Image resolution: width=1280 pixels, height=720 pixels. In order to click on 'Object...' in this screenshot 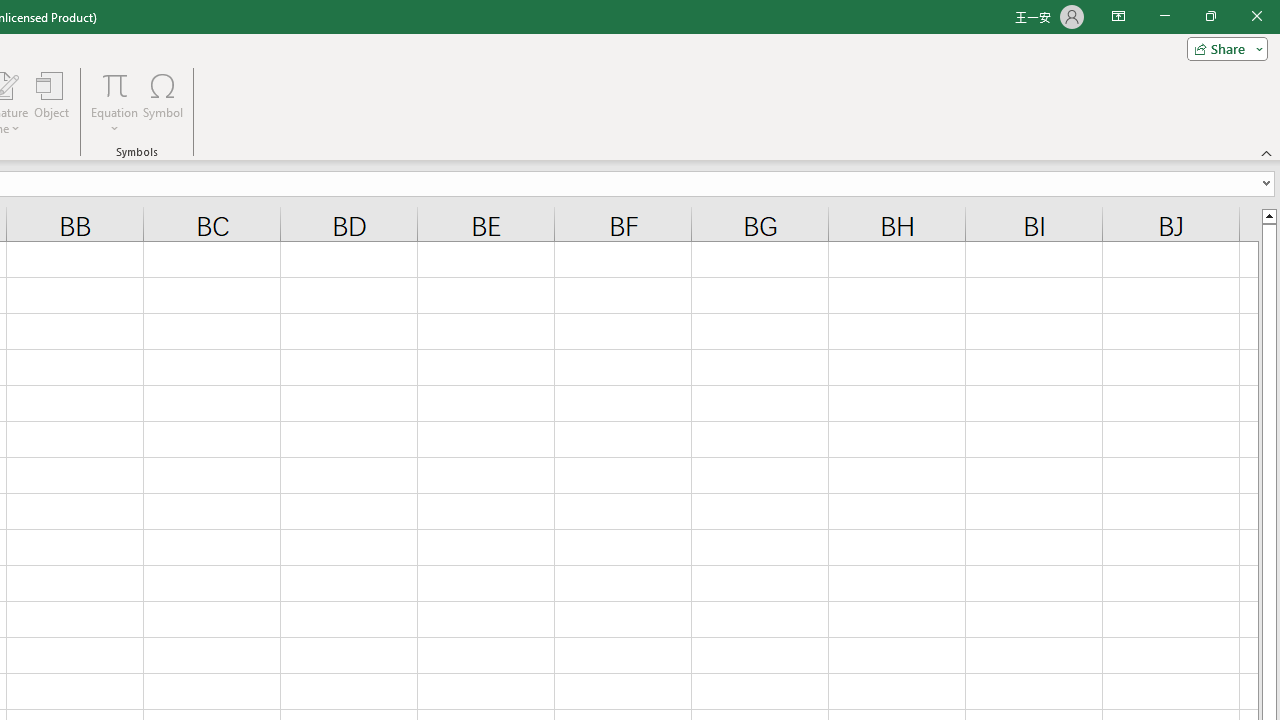, I will do `click(51, 103)`.